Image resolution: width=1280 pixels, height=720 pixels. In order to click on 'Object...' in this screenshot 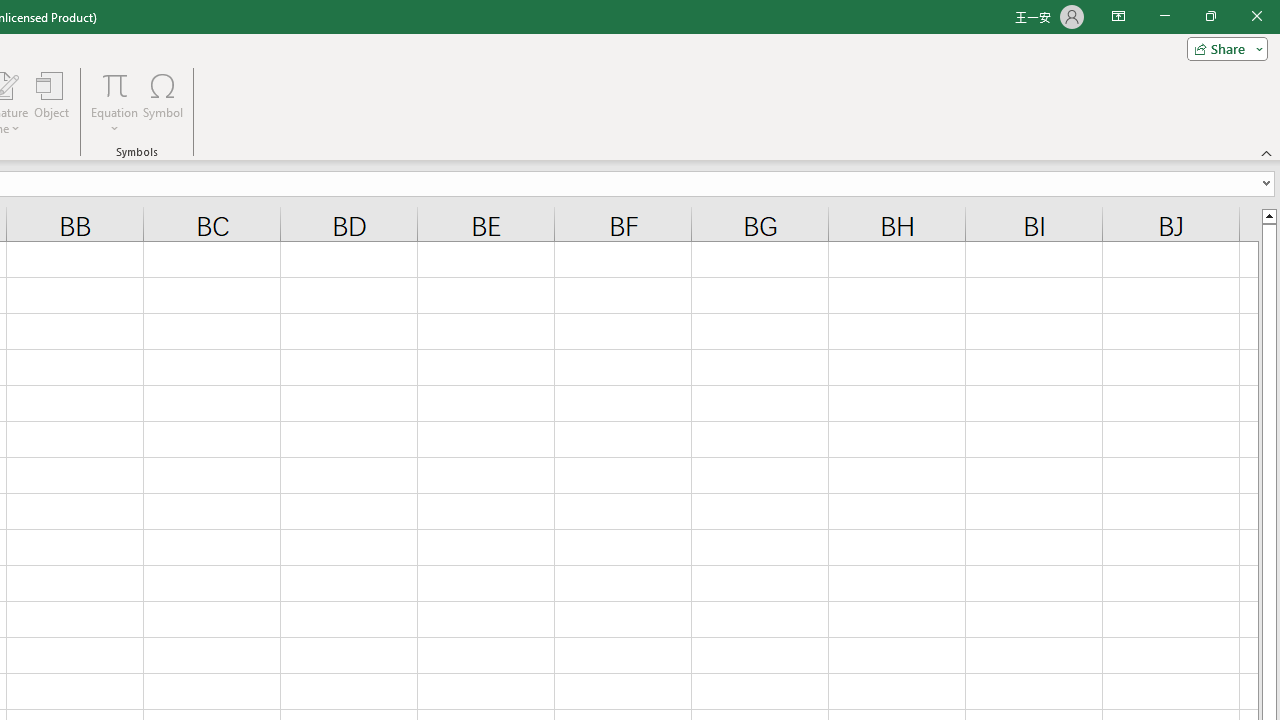, I will do `click(51, 103)`.